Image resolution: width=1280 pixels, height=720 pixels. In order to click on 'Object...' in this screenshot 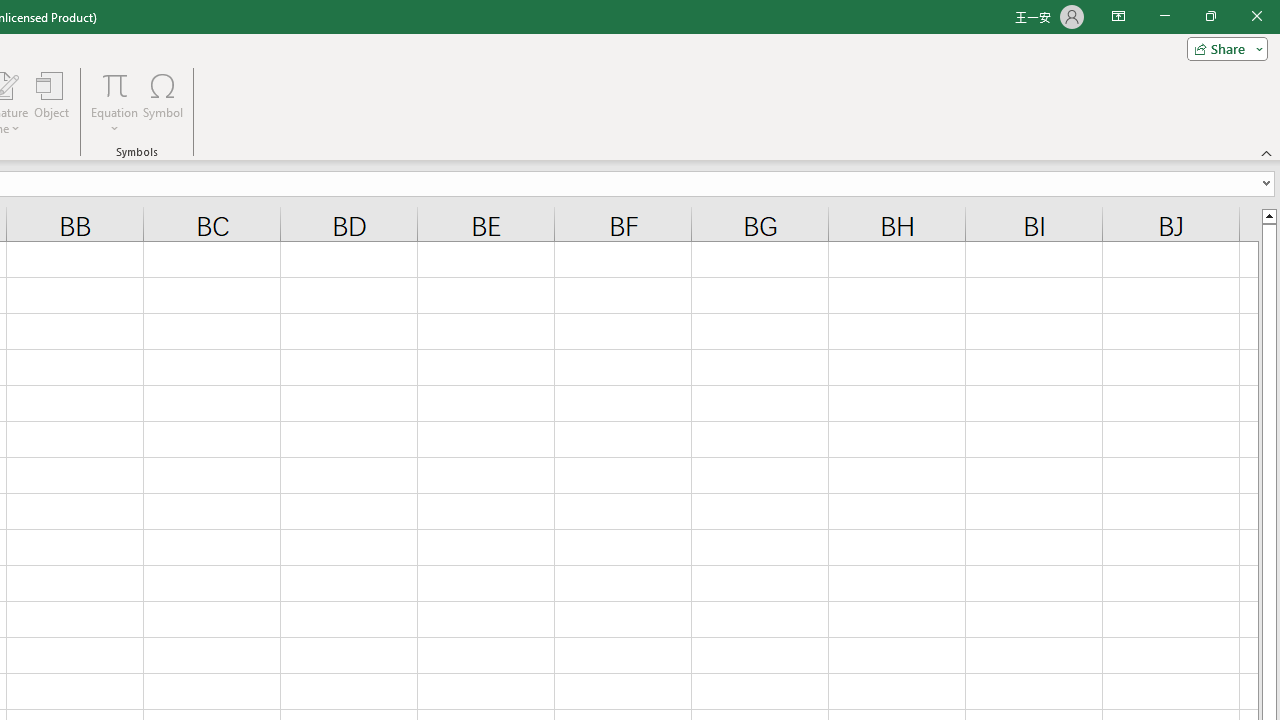, I will do `click(51, 103)`.